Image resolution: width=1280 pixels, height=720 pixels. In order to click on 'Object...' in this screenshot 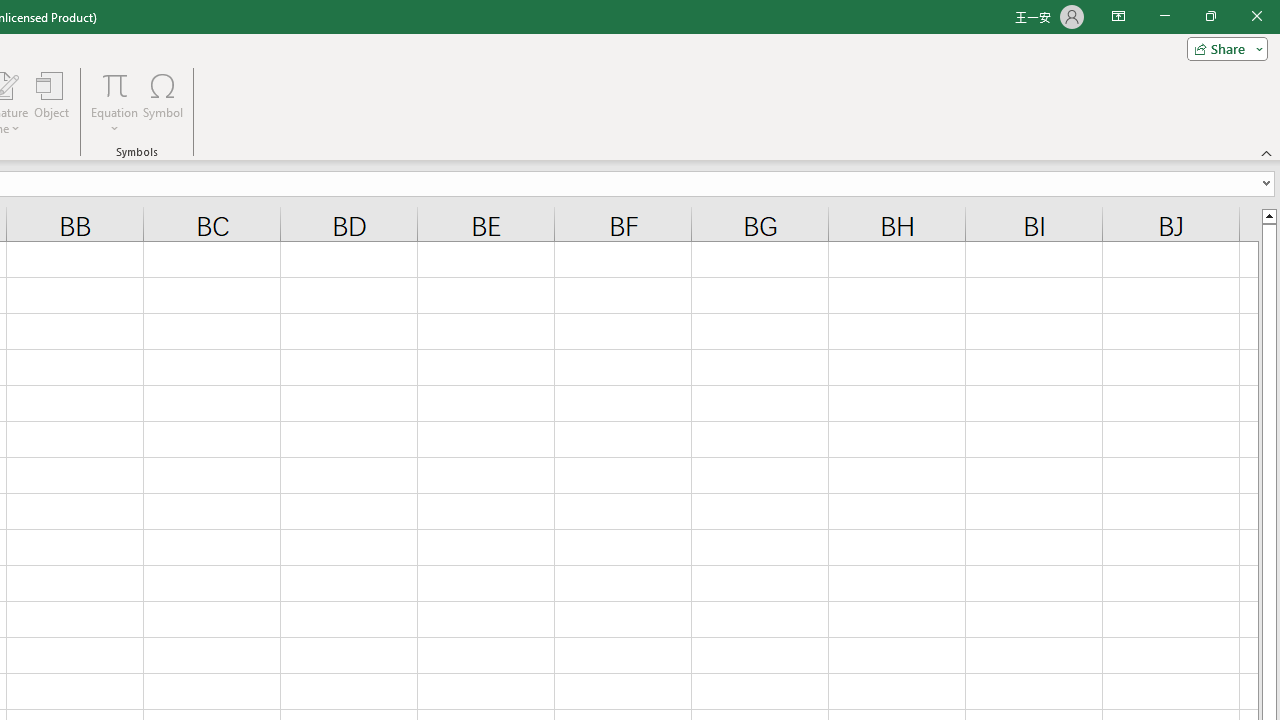, I will do `click(51, 103)`.